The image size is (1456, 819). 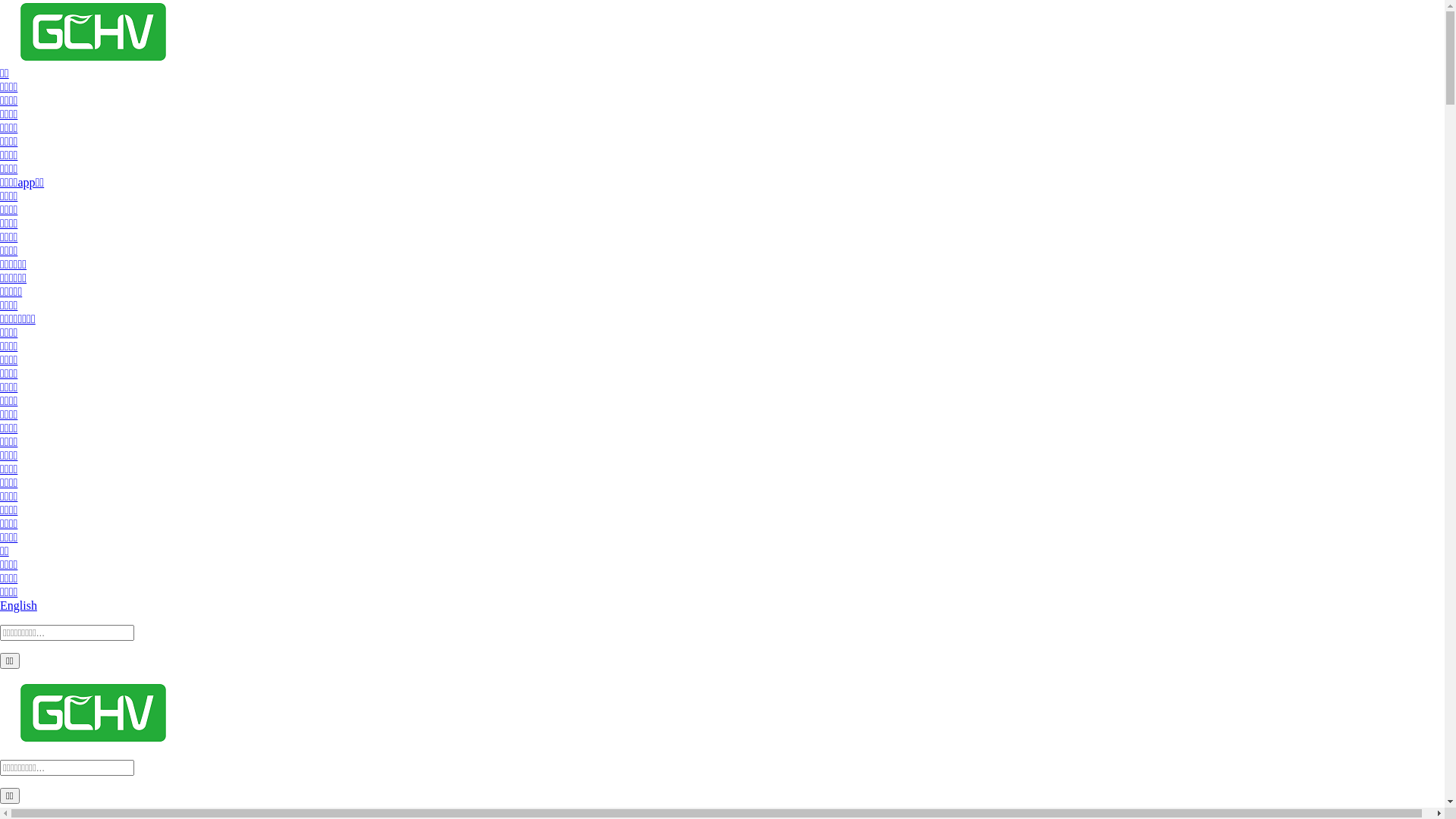 What do you see at coordinates (18, 604) in the screenshot?
I see `'English'` at bounding box center [18, 604].